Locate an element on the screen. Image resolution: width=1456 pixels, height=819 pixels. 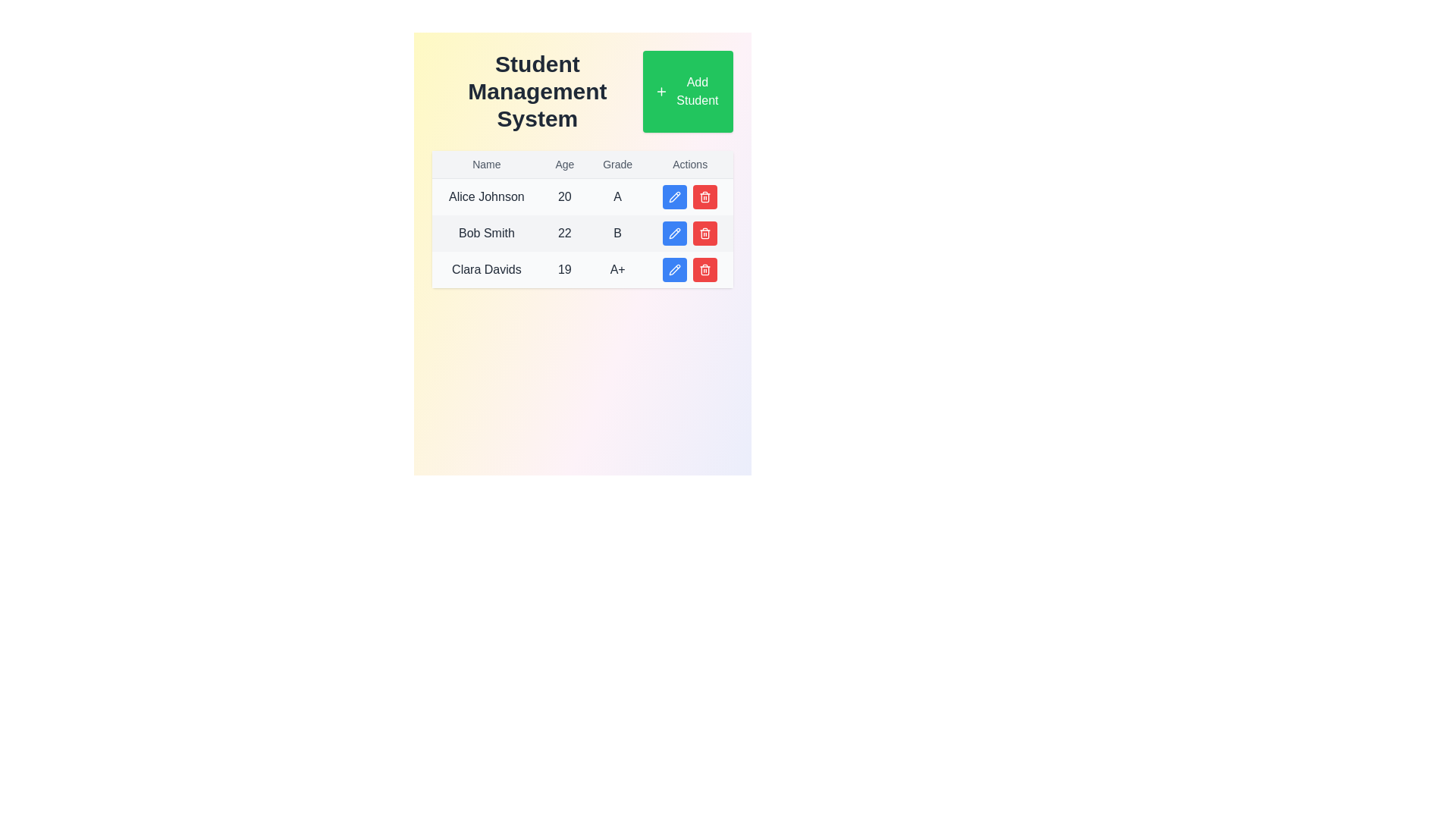
the blue button with a white pencil icon located in the second row of the actions column in the table is located at coordinates (674, 234).